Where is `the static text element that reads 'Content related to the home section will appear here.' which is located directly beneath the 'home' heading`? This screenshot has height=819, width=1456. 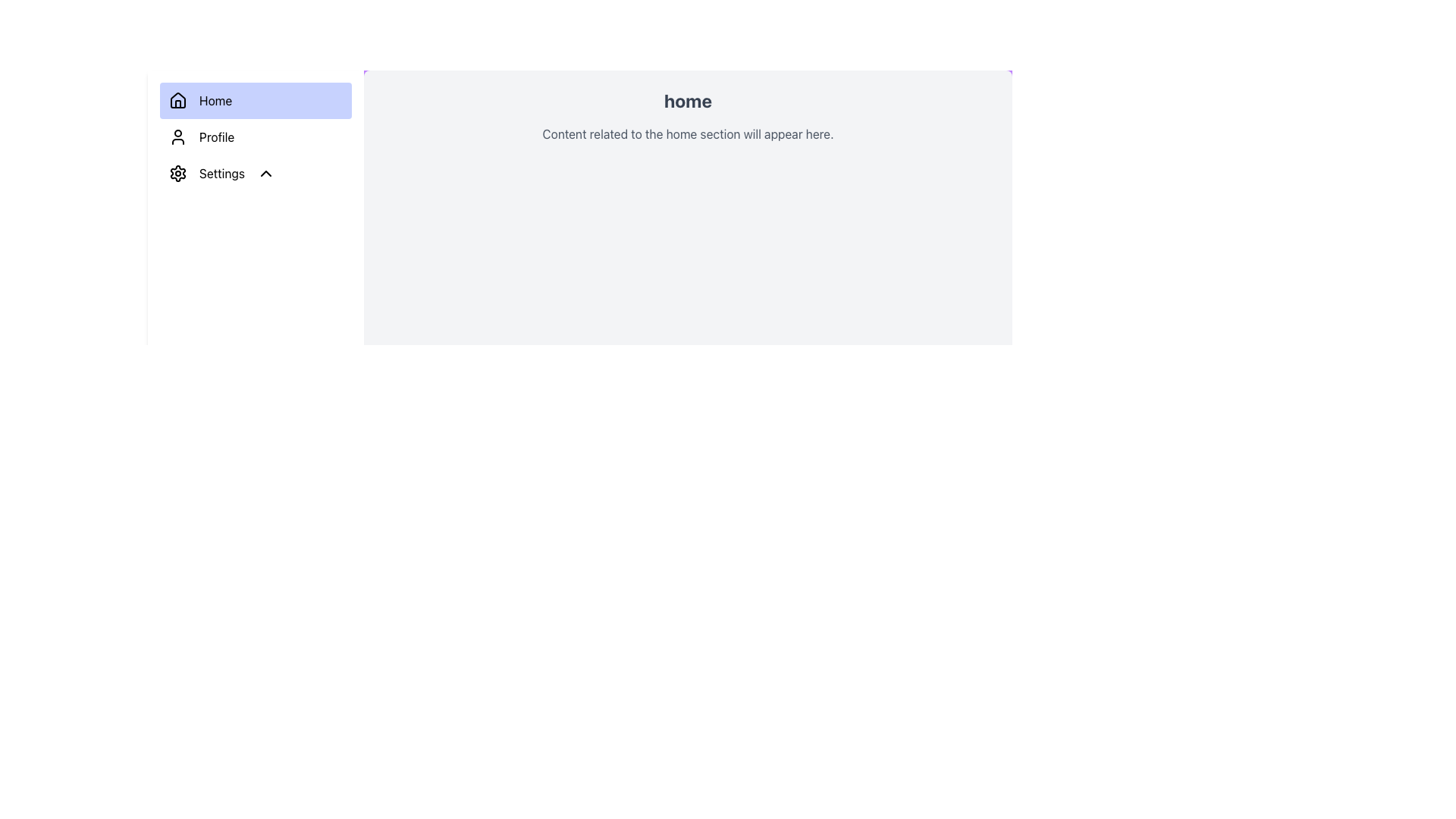 the static text element that reads 'Content related to the home section will appear here.' which is located directly beneath the 'home' heading is located at coordinates (687, 133).